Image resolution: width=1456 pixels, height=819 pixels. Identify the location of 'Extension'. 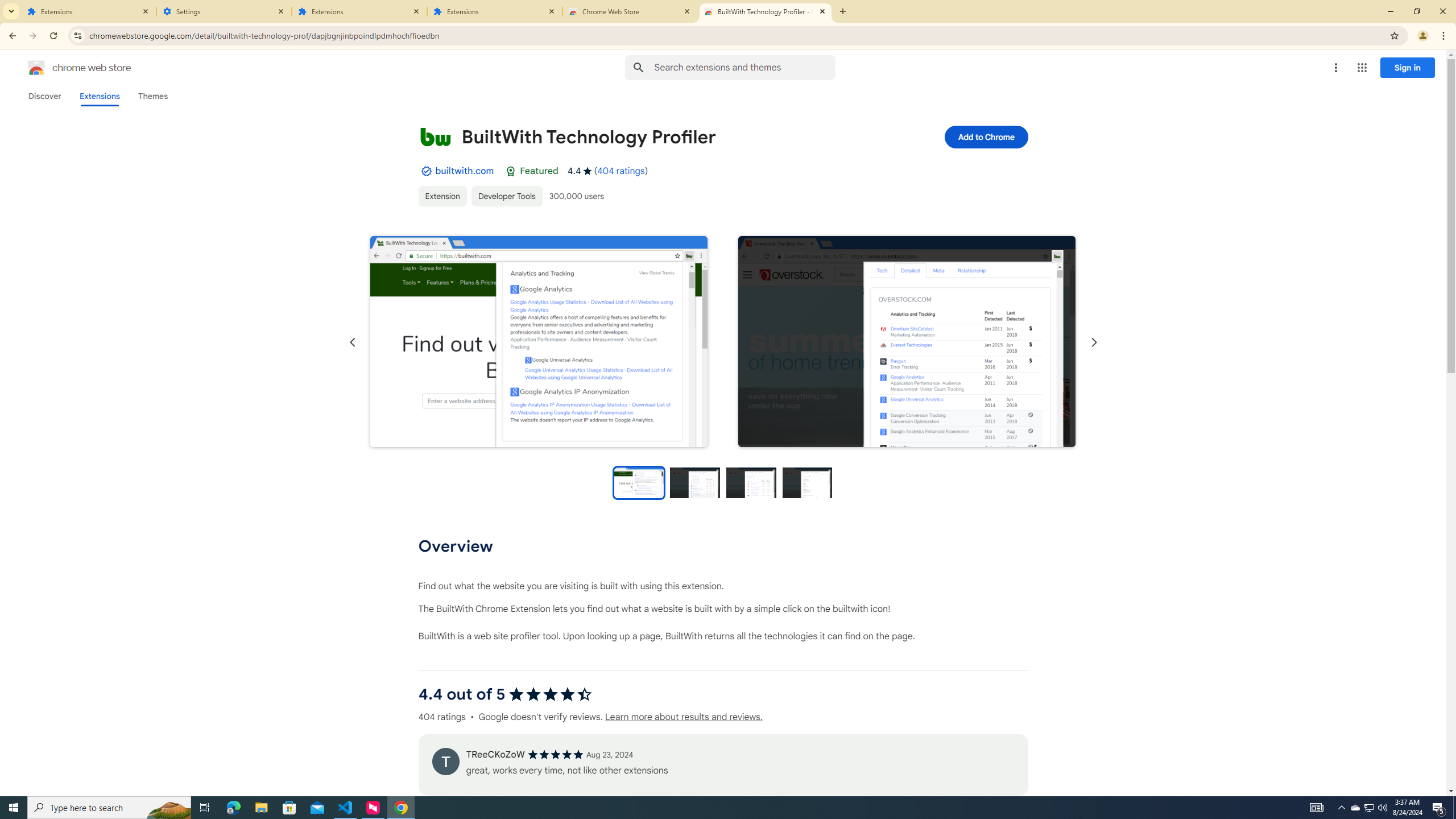
(442, 196).